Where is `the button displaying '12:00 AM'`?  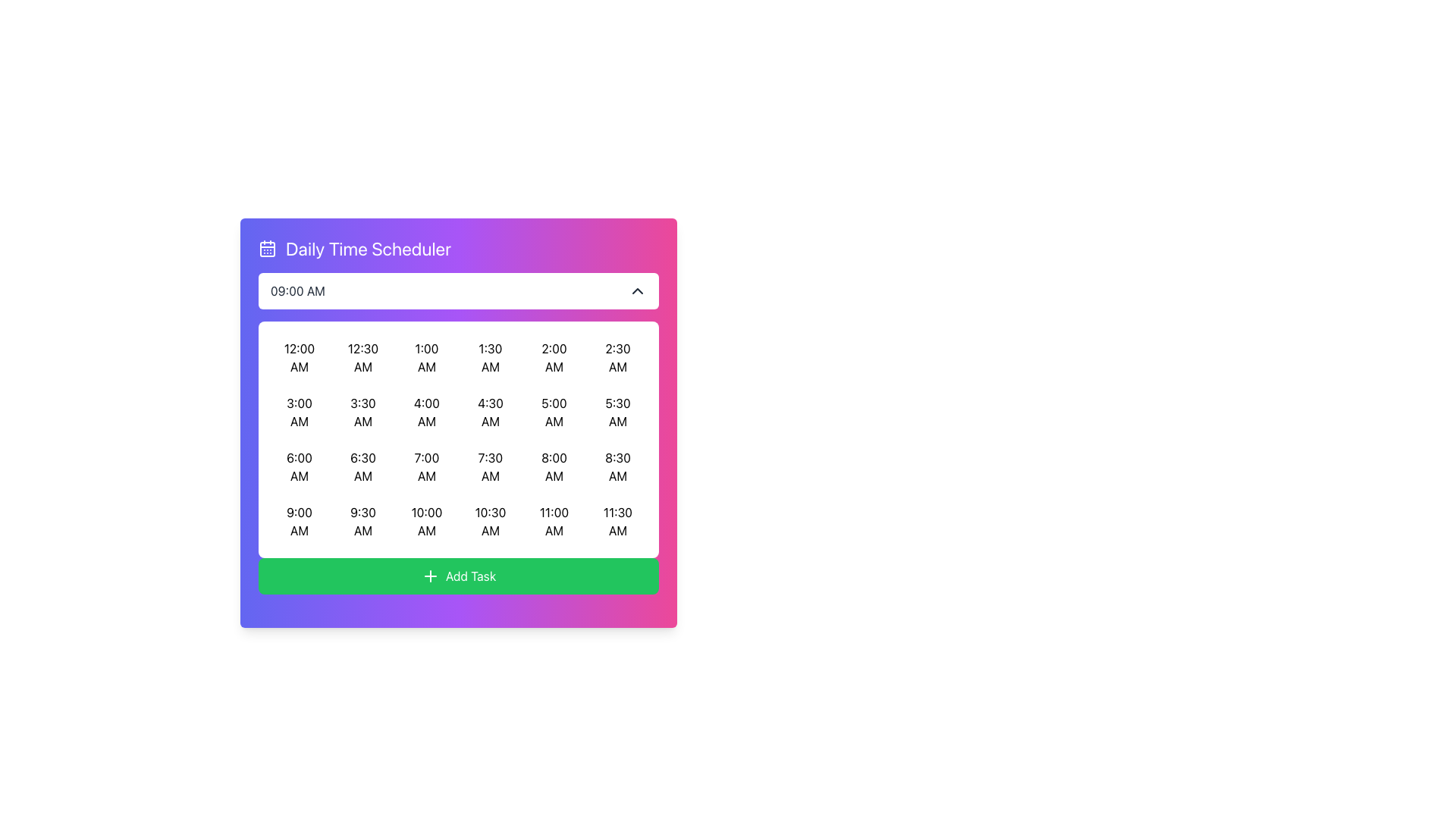
the button displaying '12:00 AM' is located at coordinates (299, 357).